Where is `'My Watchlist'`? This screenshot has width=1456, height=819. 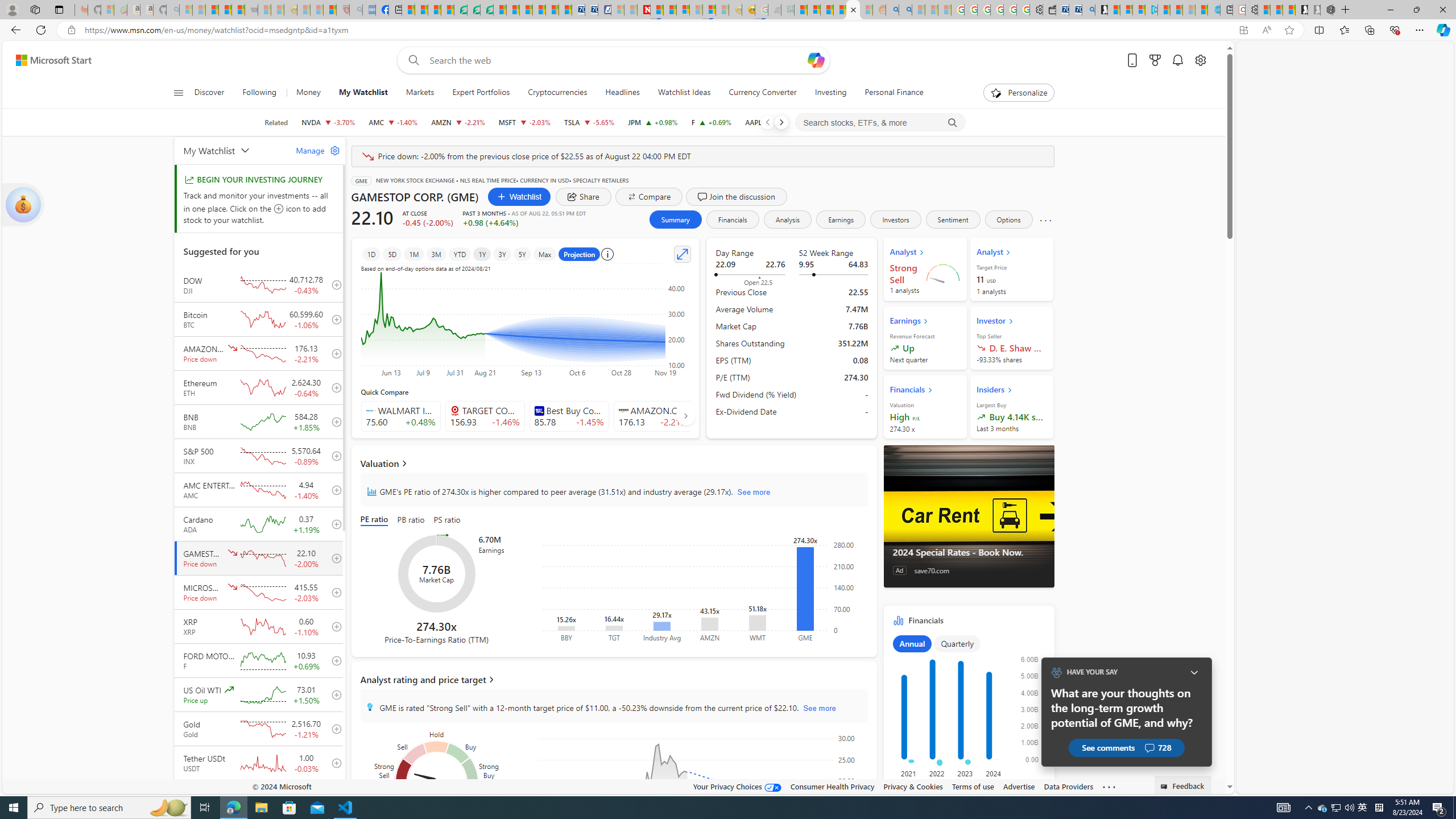
'My Watchlist' is located at coordinates (362, 92).